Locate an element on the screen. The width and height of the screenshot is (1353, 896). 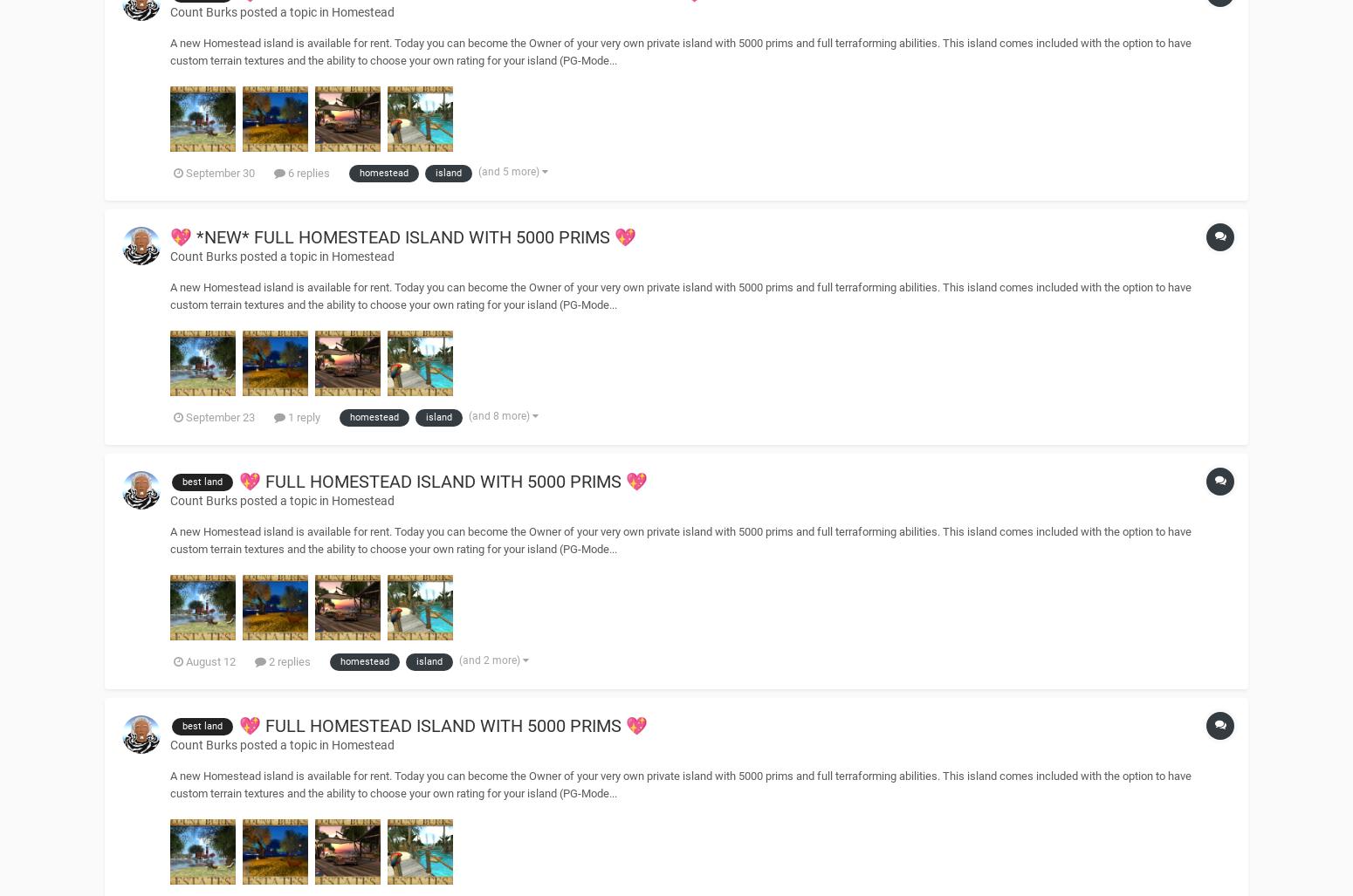
'August 12' is located at coordinates (210, 660).